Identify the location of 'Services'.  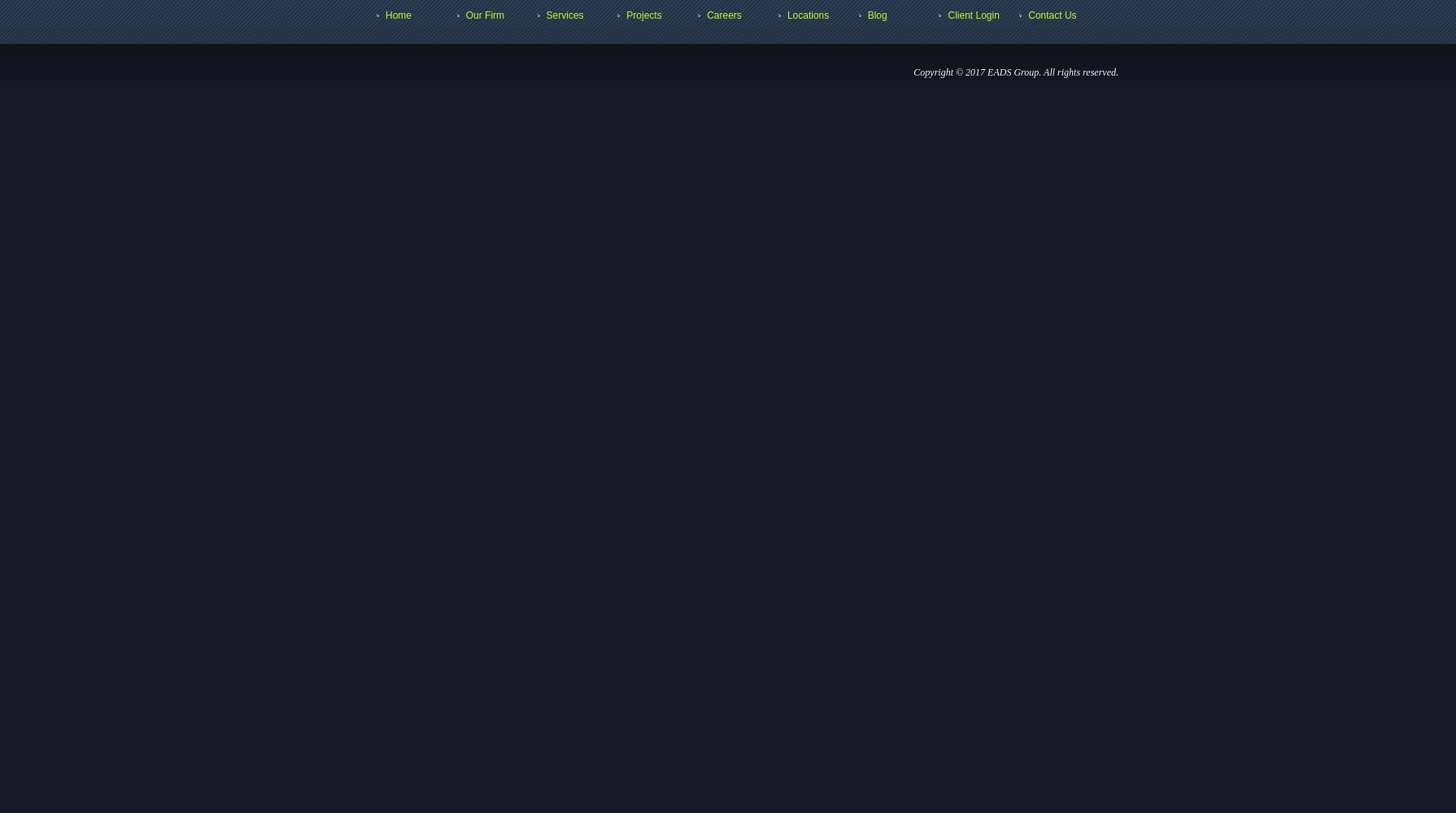
(563, 15).